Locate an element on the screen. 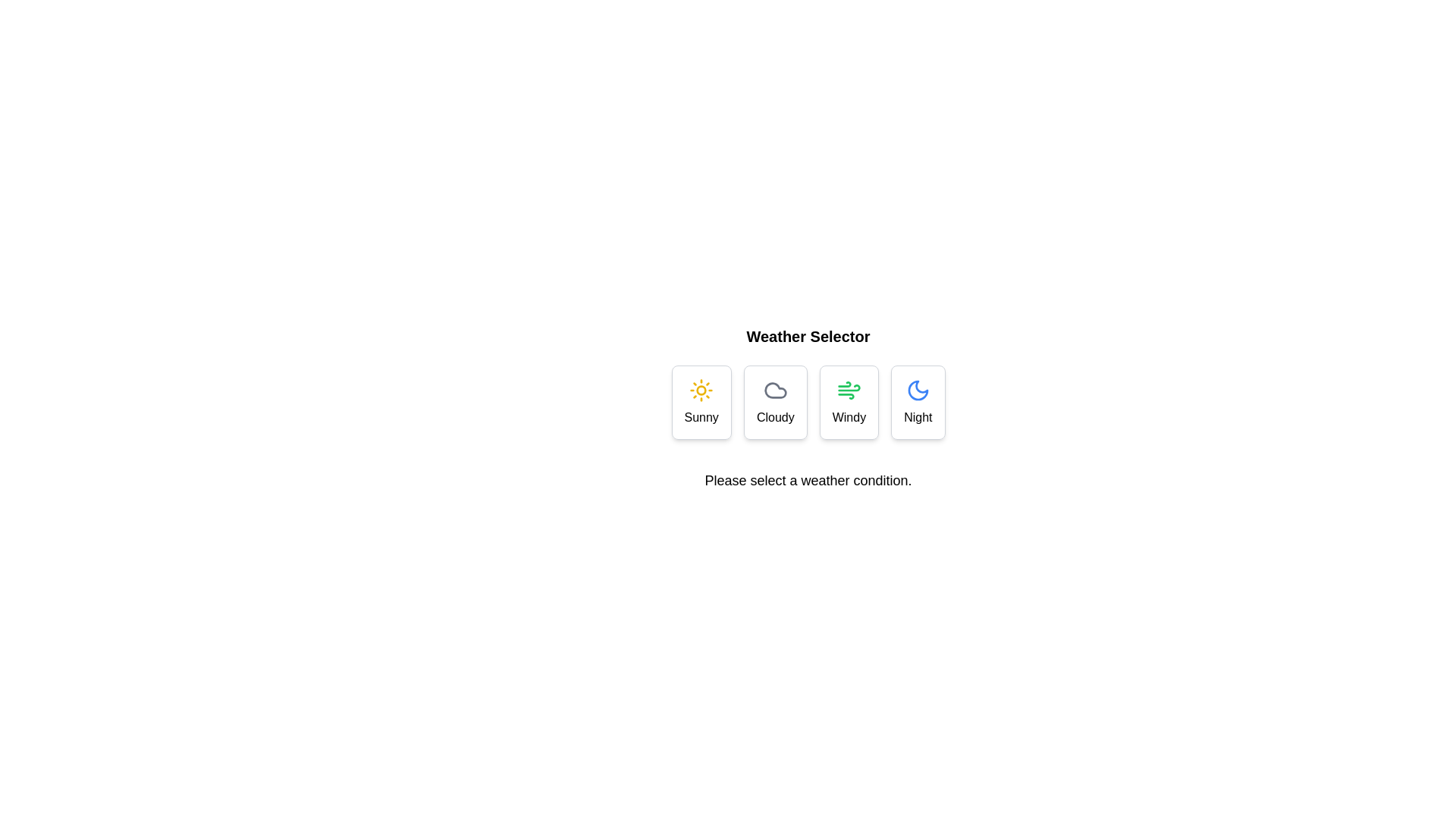  the 'Cloudy' button, which features a cloud icon and is styled with rounded borders and a light-colored background is located at coordinates (775, 402).